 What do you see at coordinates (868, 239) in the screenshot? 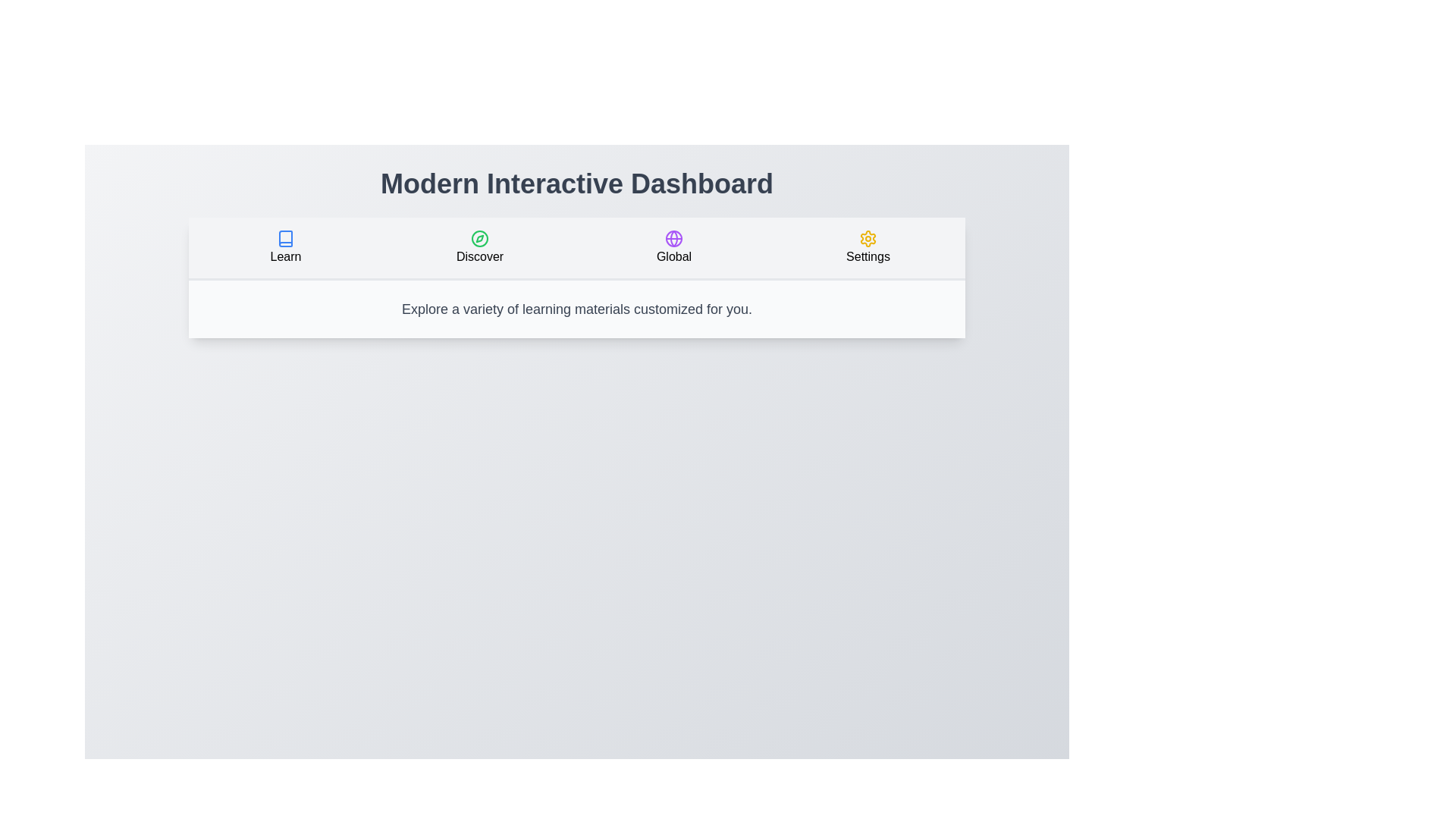
I see `the settings icon, which is a yellow gear-shaped button located next to the label 'Settings'` at bounding box center [868, 239].